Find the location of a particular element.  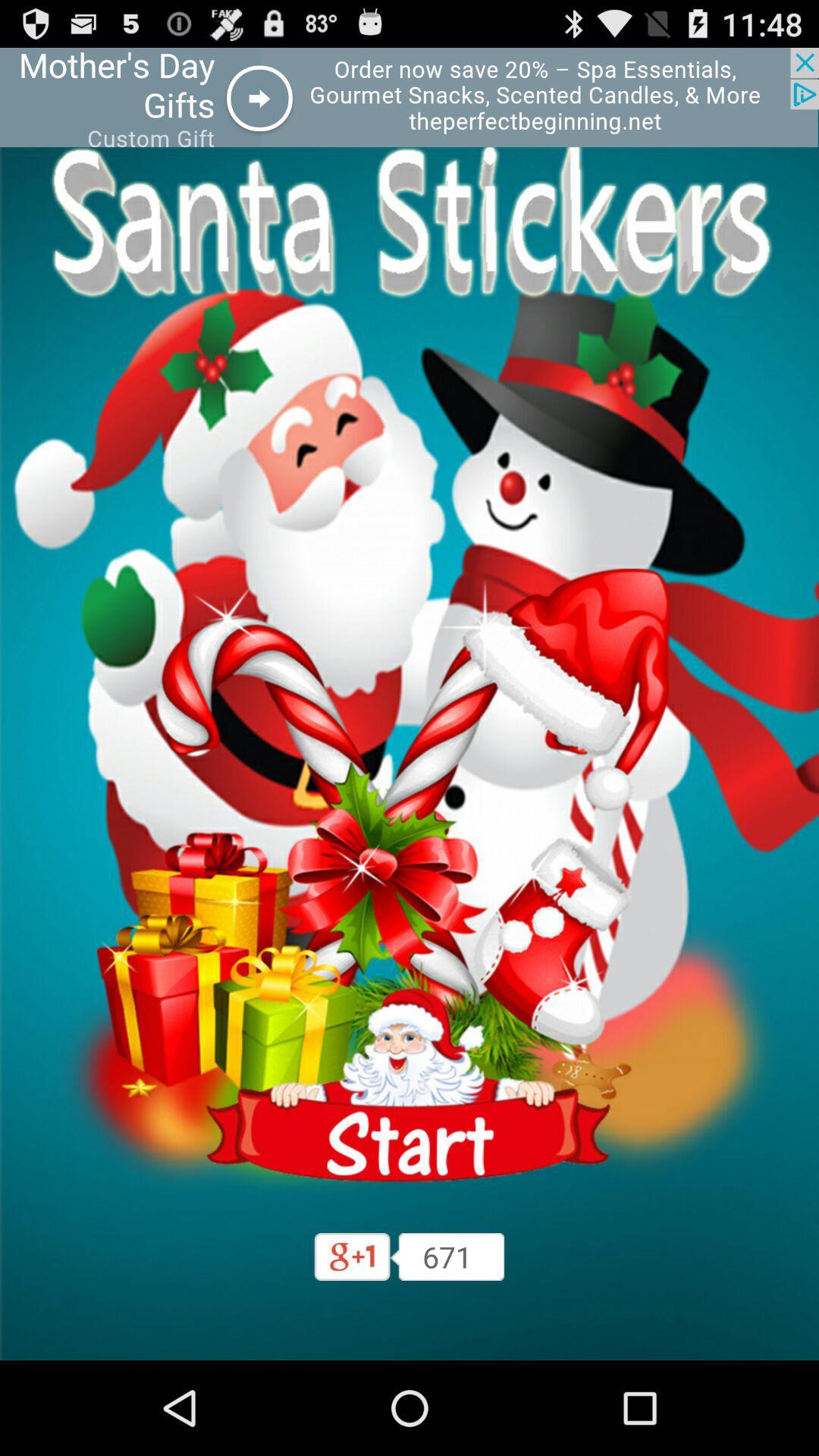

advertisement is located at coordinates (409, 96).